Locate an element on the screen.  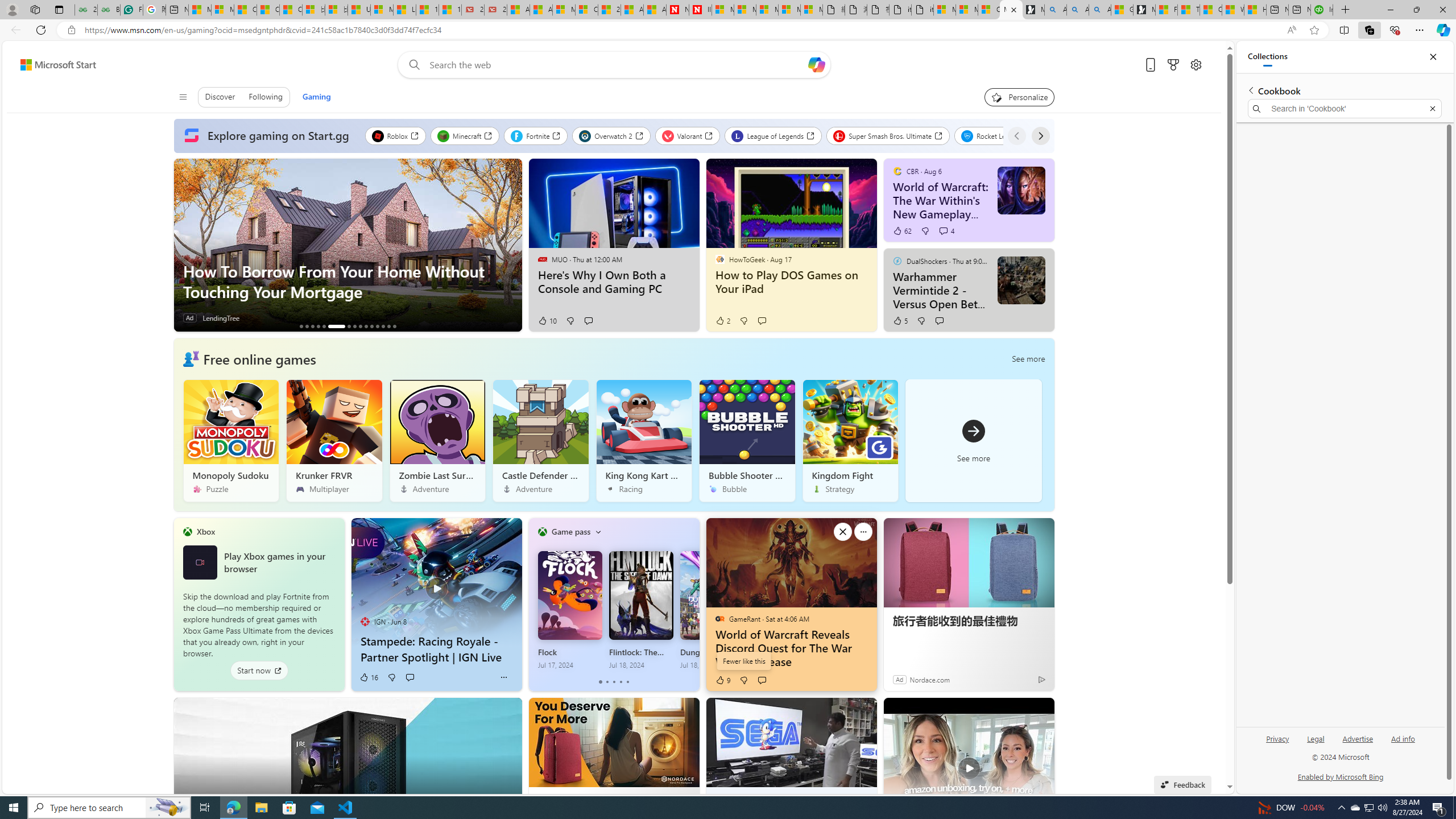
'Consumer Health Data Privacy Policy' is located at coordinates (988, 9).